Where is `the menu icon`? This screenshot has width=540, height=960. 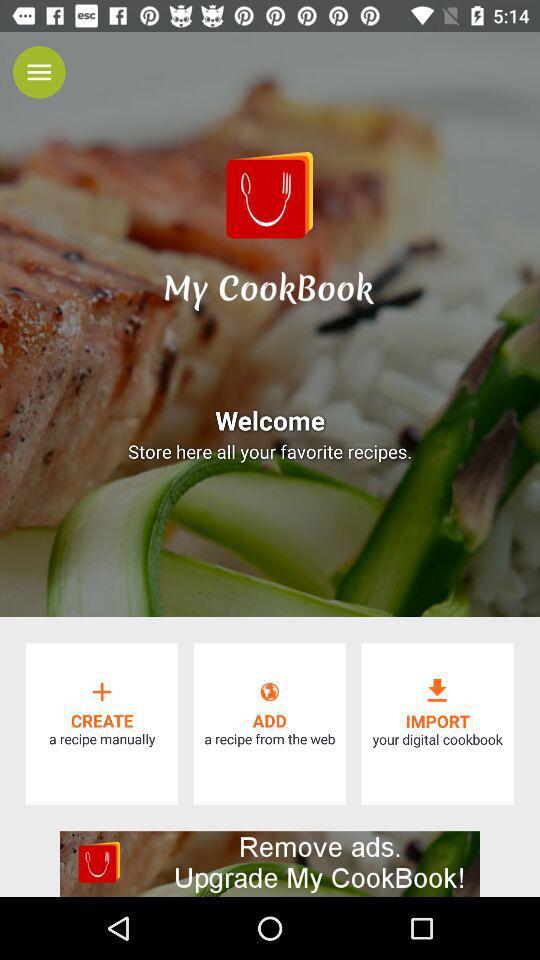 the menu icon is located at coordinates (39, 72).